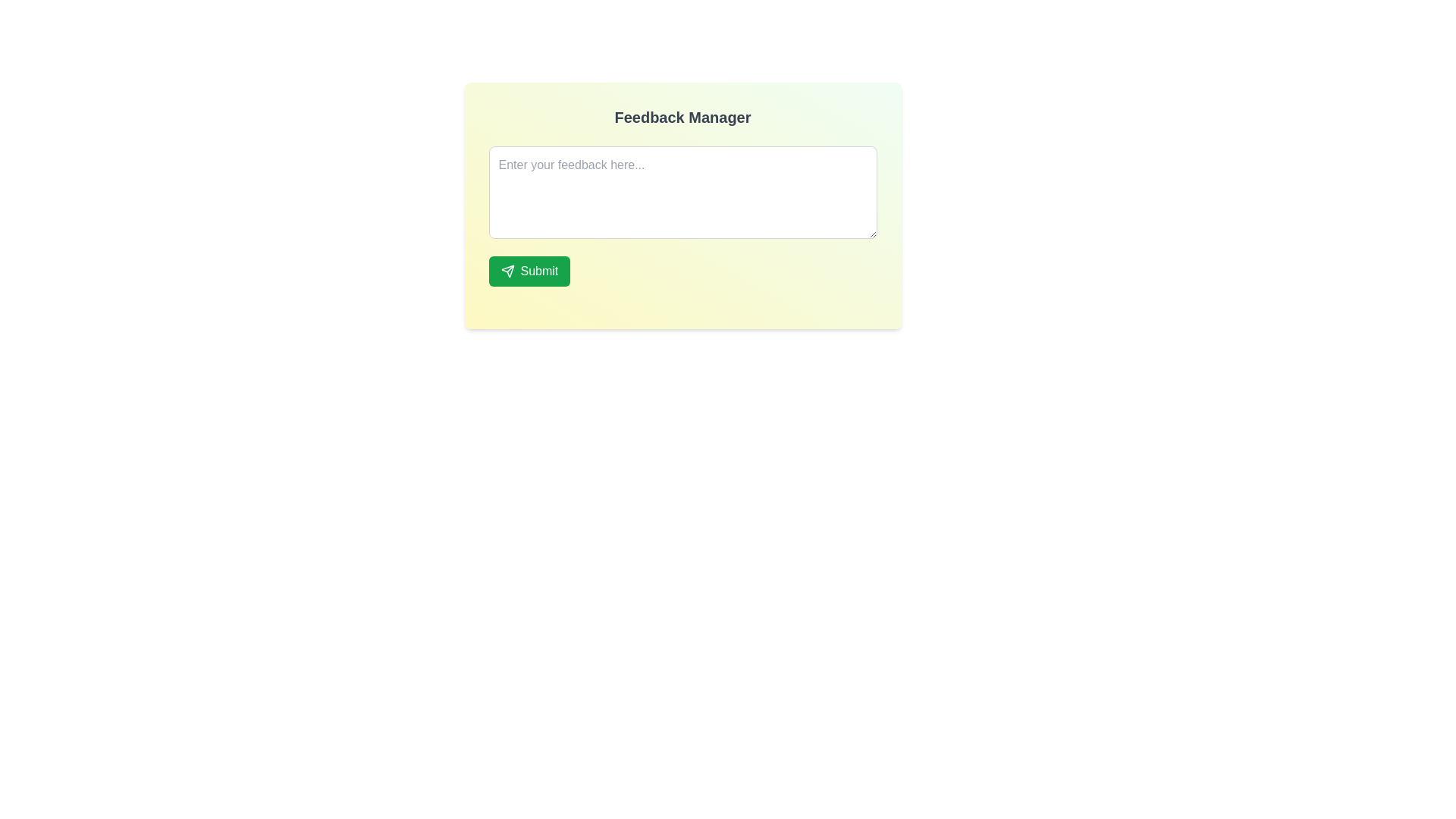 This screenshot has height=819, width=1456. Describe the element at coordinates (682, 206) in the screenshot. I see `the text within the Text input field located below the 'Feedback Manager' heading and above the 'Submit' button` at that location.